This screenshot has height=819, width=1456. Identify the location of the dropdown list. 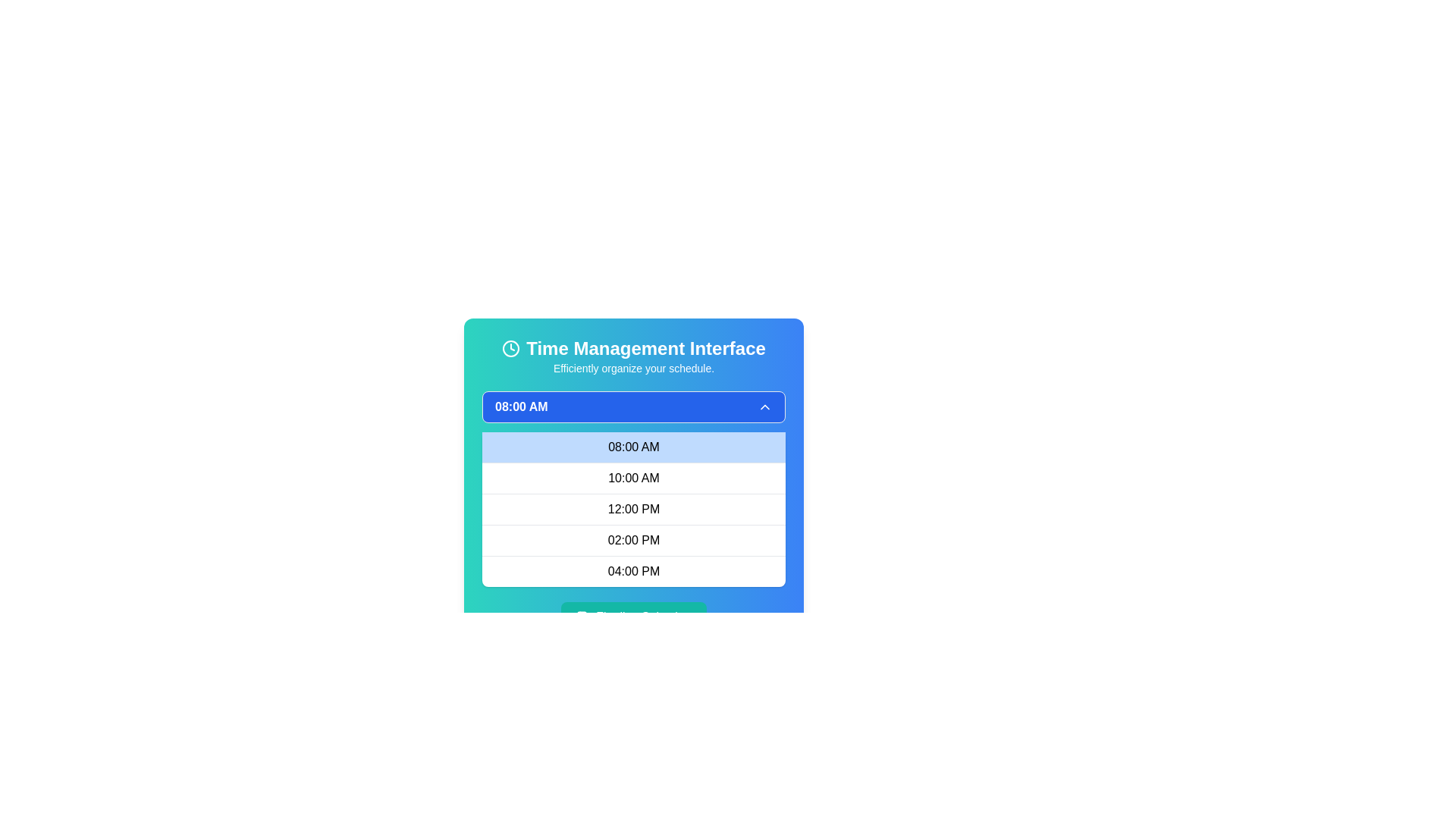
(633, 509).